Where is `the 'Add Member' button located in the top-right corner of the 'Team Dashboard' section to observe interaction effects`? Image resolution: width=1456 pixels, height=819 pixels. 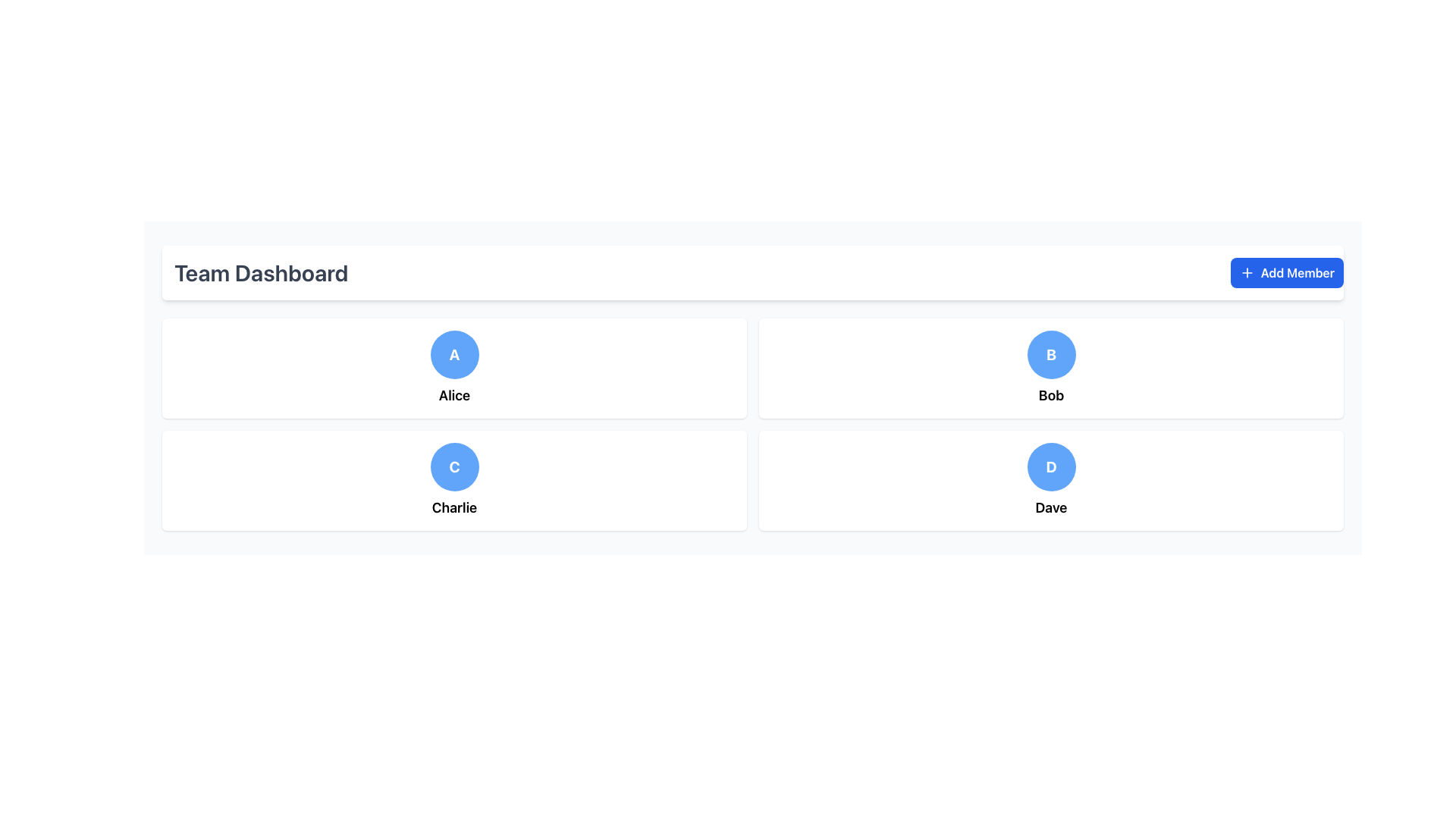 the 'Add Member' button located in the top-right corner of the 'Team Dashboard' section to observe interaction effects is located at coordinates (1286, 271).